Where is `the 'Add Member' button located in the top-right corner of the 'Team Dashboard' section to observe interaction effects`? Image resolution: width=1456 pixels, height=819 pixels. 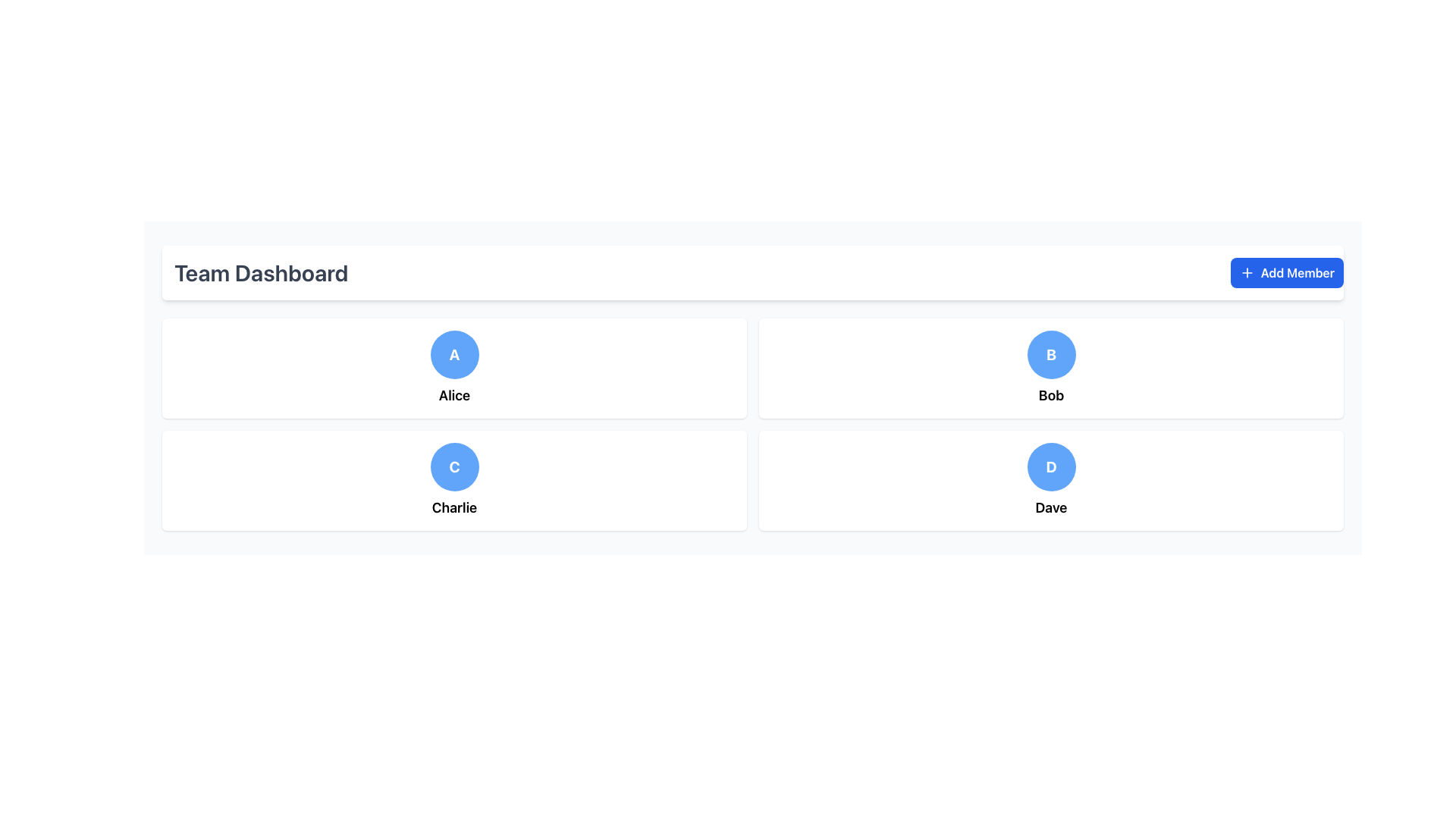 the 'Add Member' button located in the top-right corner of the 'Team Dashboard' section to observe interaction effects is located at coordinates (1286, 271).